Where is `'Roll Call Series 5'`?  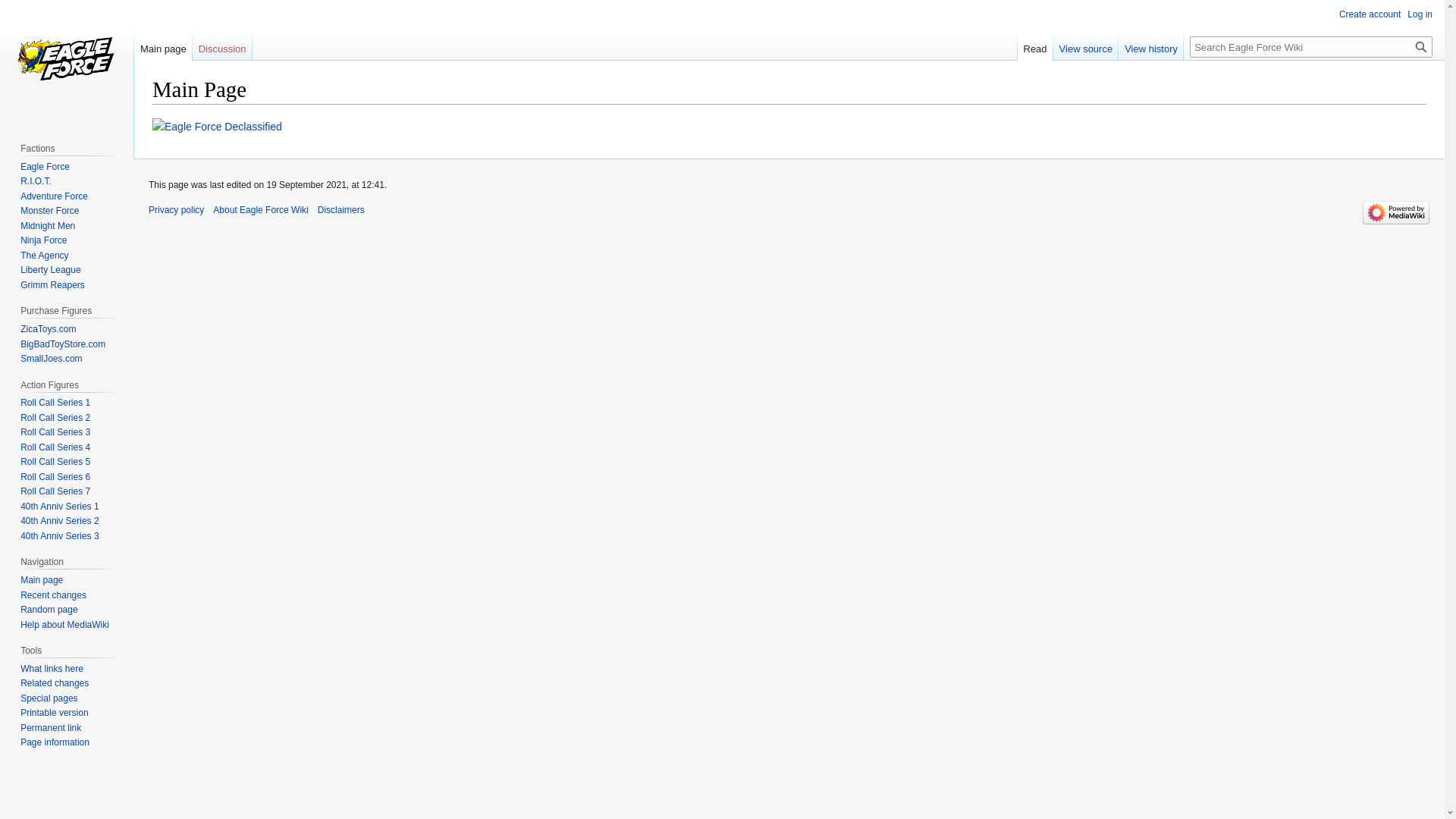 'Roll Call Series 5' is located at coordinates (55, 461).